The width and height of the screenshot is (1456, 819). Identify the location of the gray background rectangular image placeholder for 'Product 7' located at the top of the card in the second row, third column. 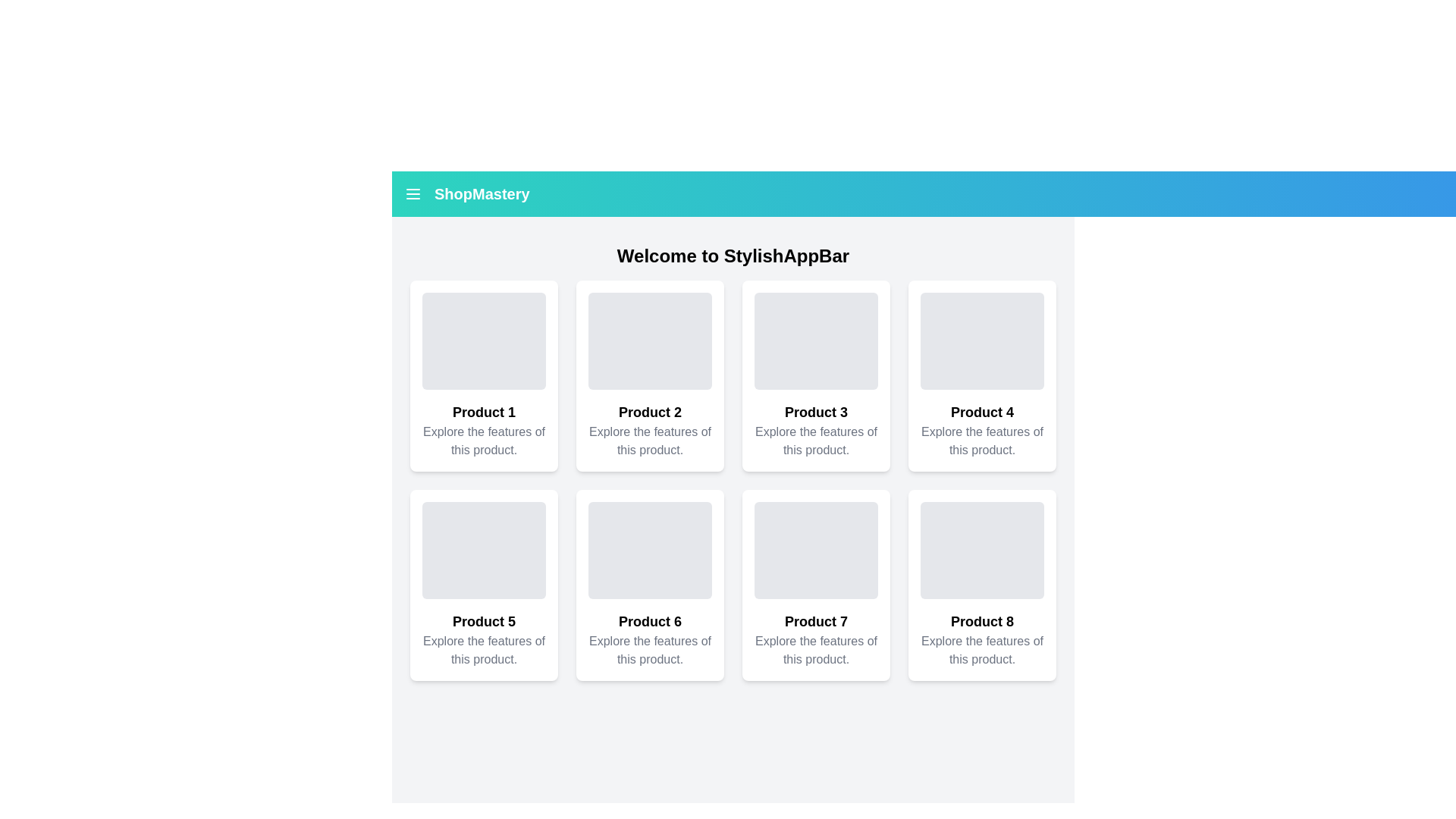
(815, 550).